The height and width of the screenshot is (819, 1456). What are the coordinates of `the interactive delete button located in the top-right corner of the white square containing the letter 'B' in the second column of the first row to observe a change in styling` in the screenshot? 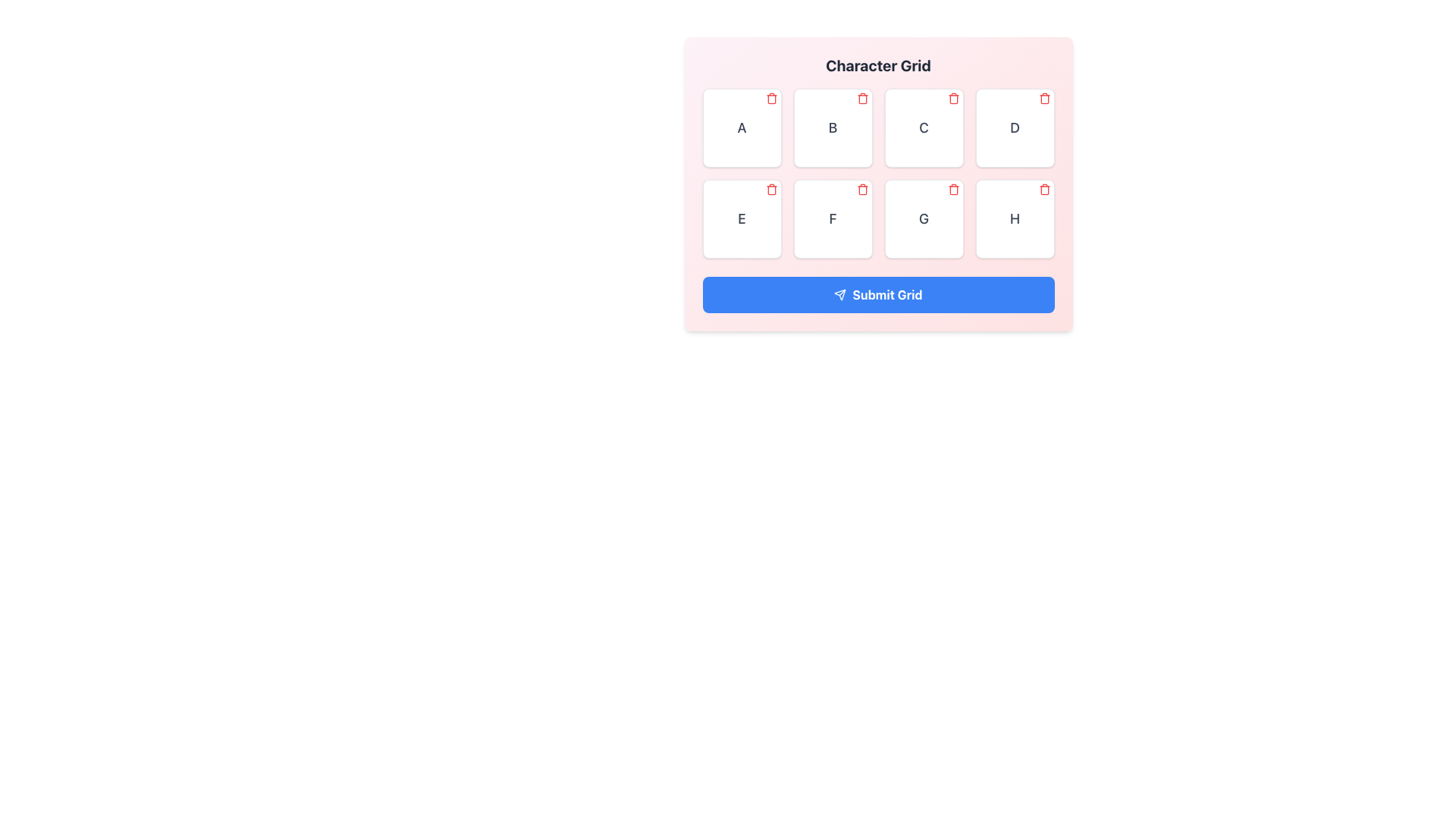 It's located at (862, 99).